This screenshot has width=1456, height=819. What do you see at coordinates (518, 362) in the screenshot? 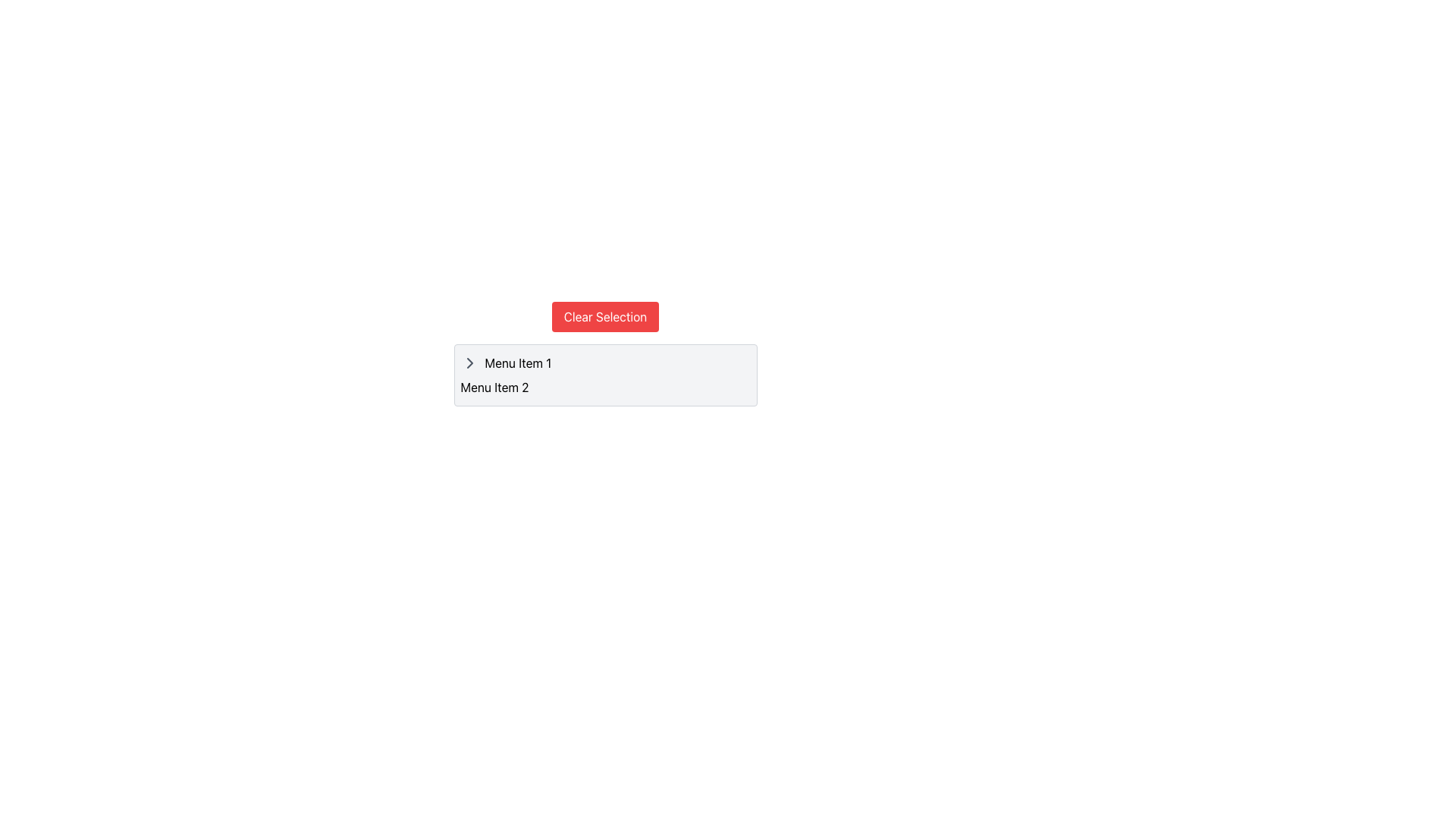
I see `the 'Menu Item 1' text label` at bounding box center [518, 362].